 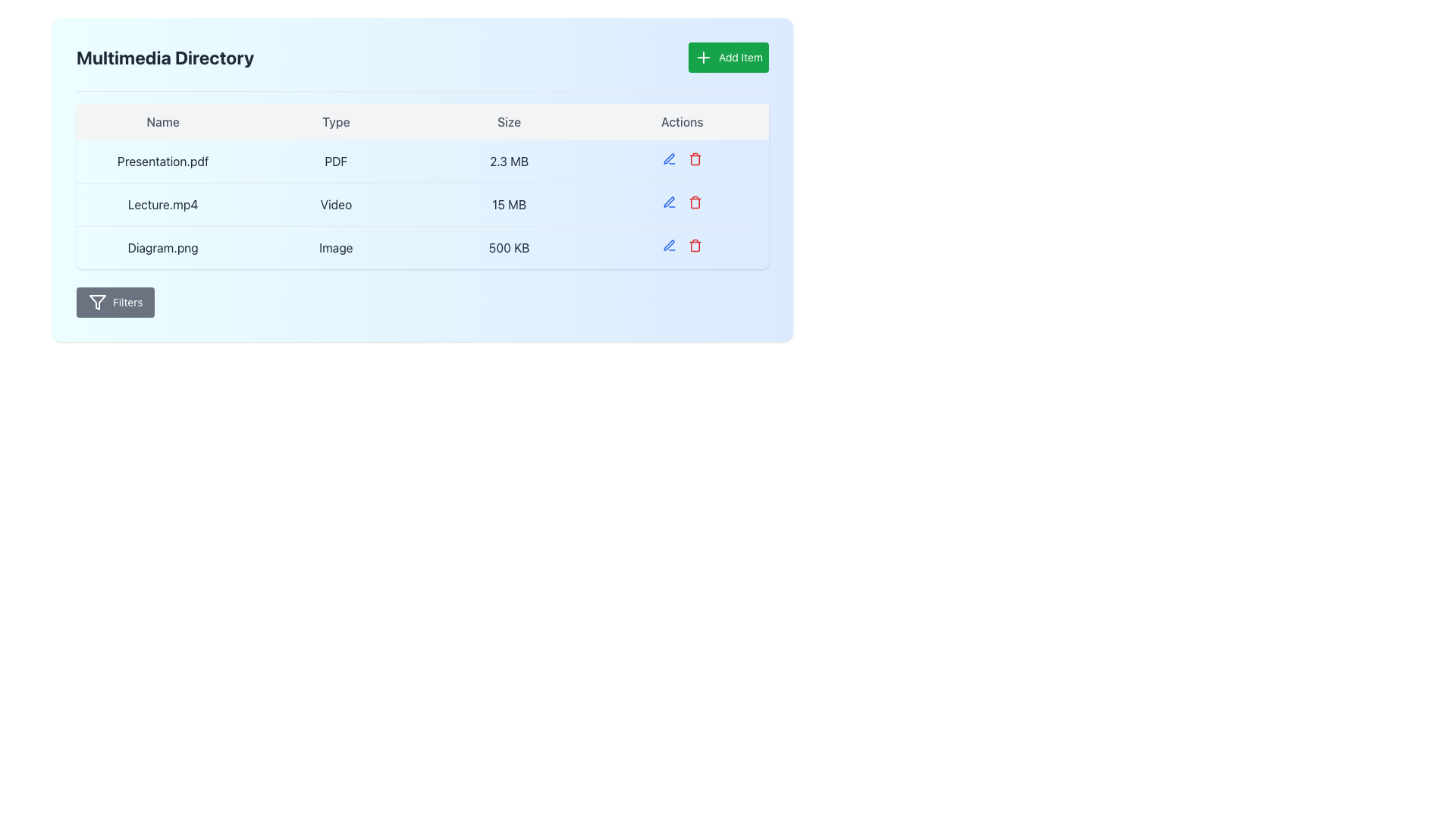 I want to click on the filter icon located to the left of the 'Filters' button at the bottom-left corner of the interface, so click(x=97, y=302).